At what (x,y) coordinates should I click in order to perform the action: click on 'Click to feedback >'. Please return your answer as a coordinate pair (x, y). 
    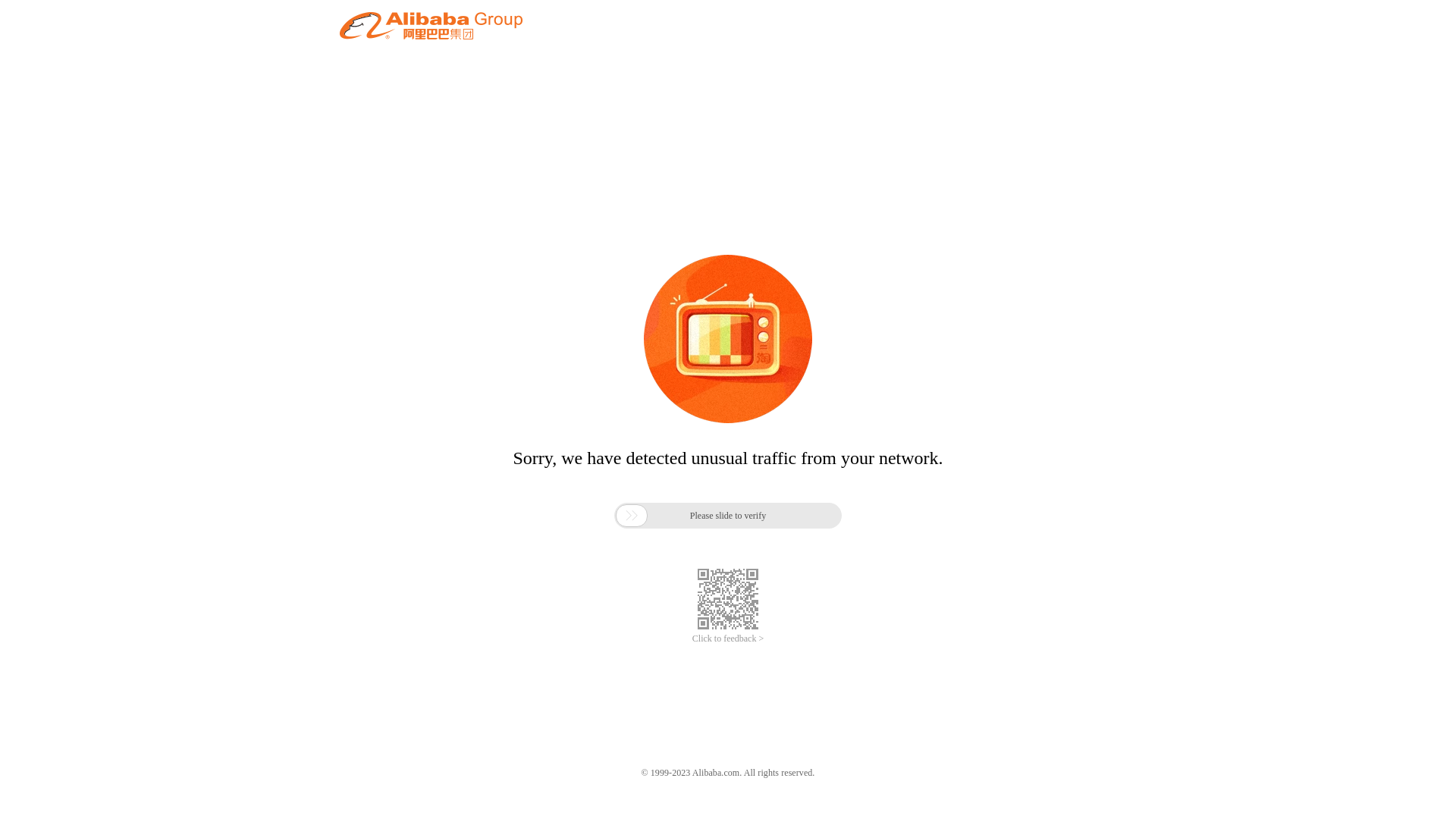
    Looking at the image, I should click on (728, 639).